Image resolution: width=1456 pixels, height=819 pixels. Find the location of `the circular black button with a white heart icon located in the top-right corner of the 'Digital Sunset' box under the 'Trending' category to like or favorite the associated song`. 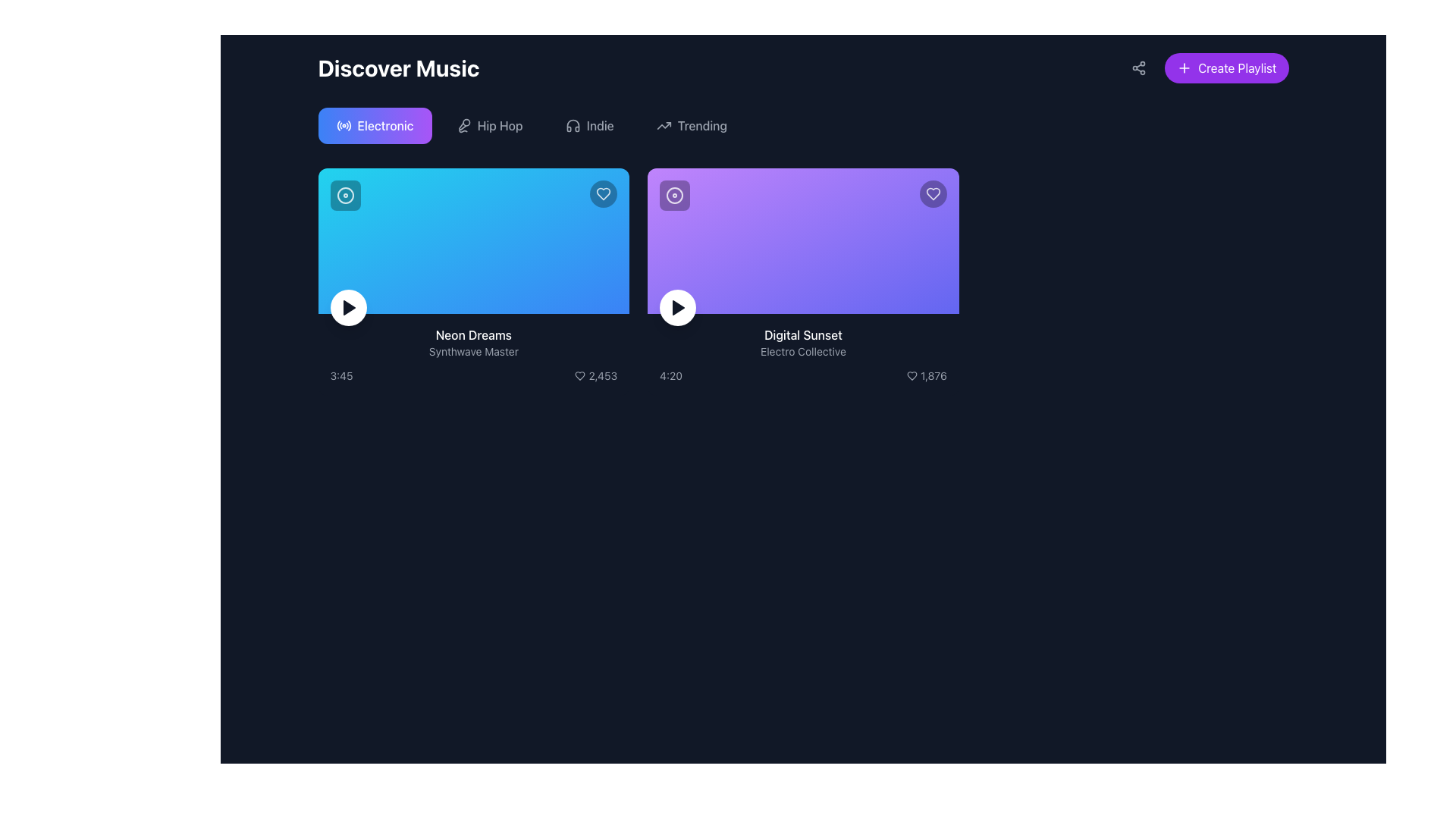

the circular black button with a white heart icon located in the top-right corner of the 'Digital Sunset' box under the 'Trending' category to like or favorite the associated song is located at coordinates (932, 193).